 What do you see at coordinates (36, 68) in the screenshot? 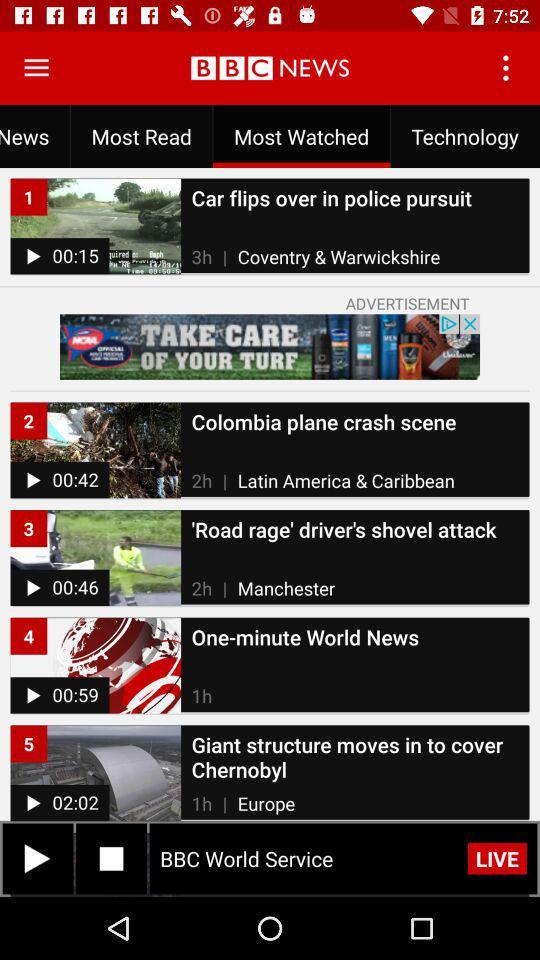
I see `open navigation menu` at bounding box center [36, 68].